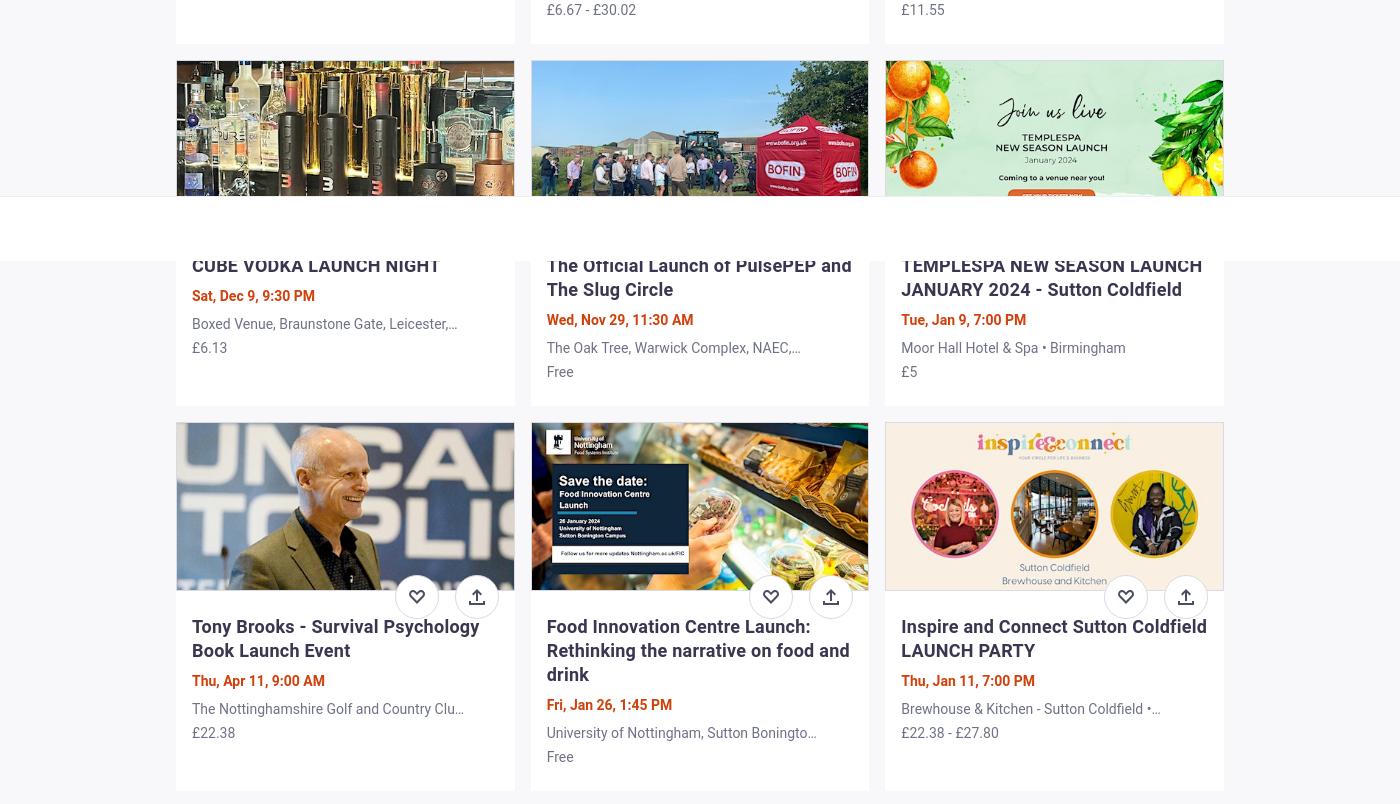  I want to click on 'Boxed Venue, Braunstone Gate, Leicester, UK • Leicester', so click(320, 333).